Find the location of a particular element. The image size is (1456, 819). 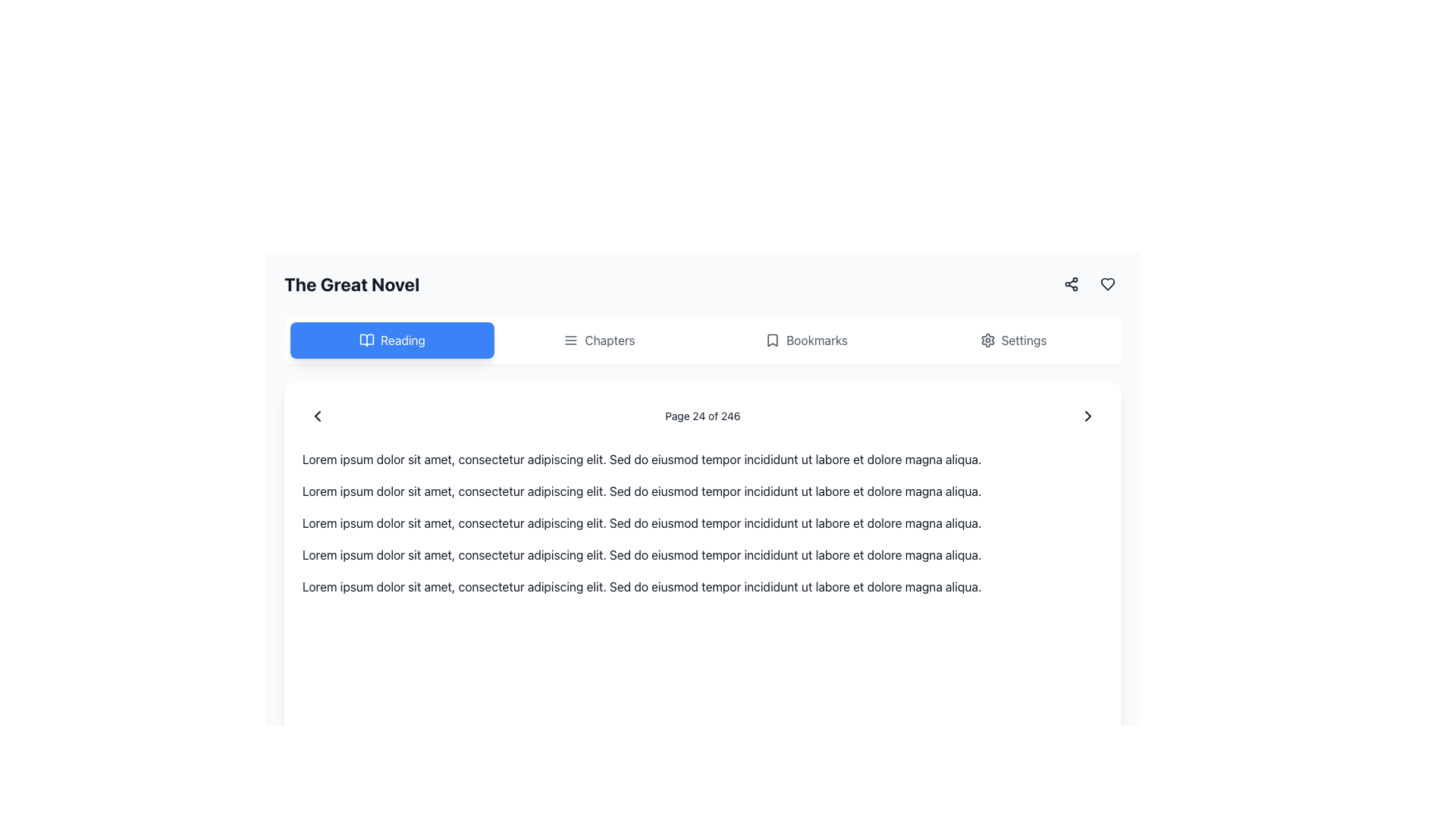

the 'Reading' text label located inside the blue button in the header area, which is positioned to the left of options like 'Chapters', 'Bookmarks', and 'Settings' is located at coordinates (403, 339).